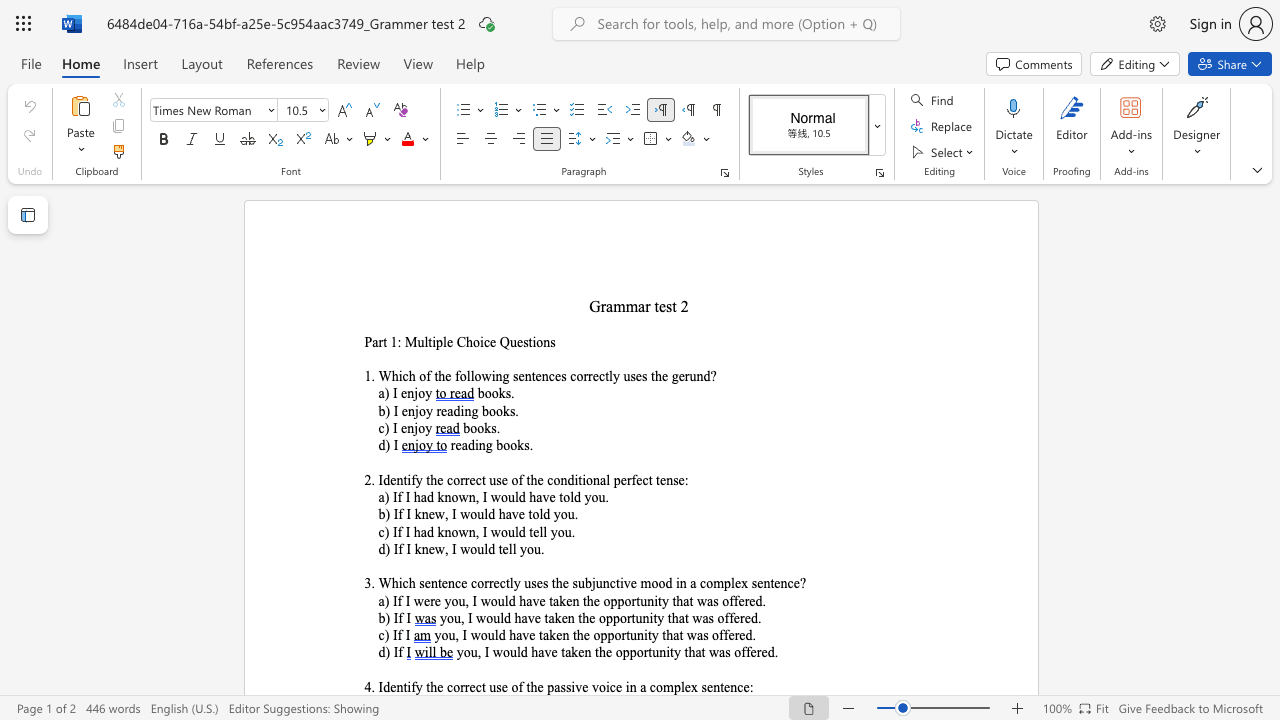 The width and height of the screenshot is (1280, 720). I want to click on the space between the continuous character "e" and ":" in the text, so click(748, 686).